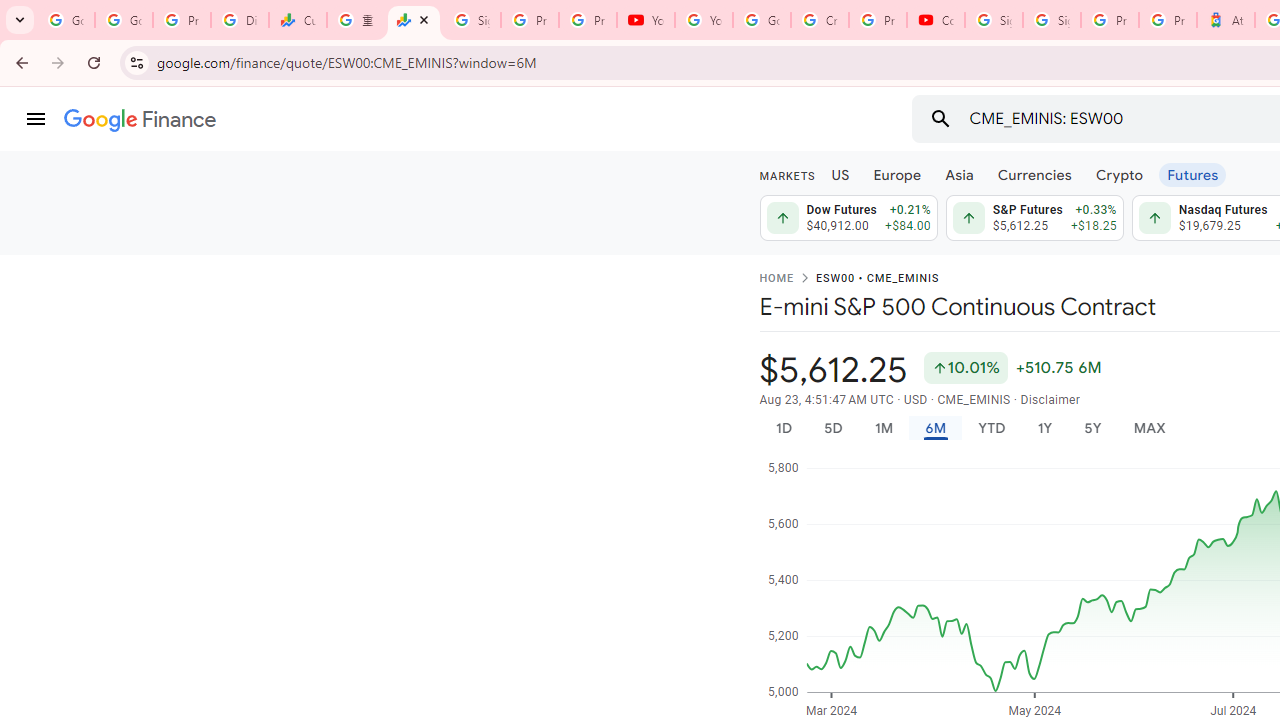  What do you see at coordinates (1091, 427) in the screenshot?
I see `'5Y'` at bounding box center [1091, 427].